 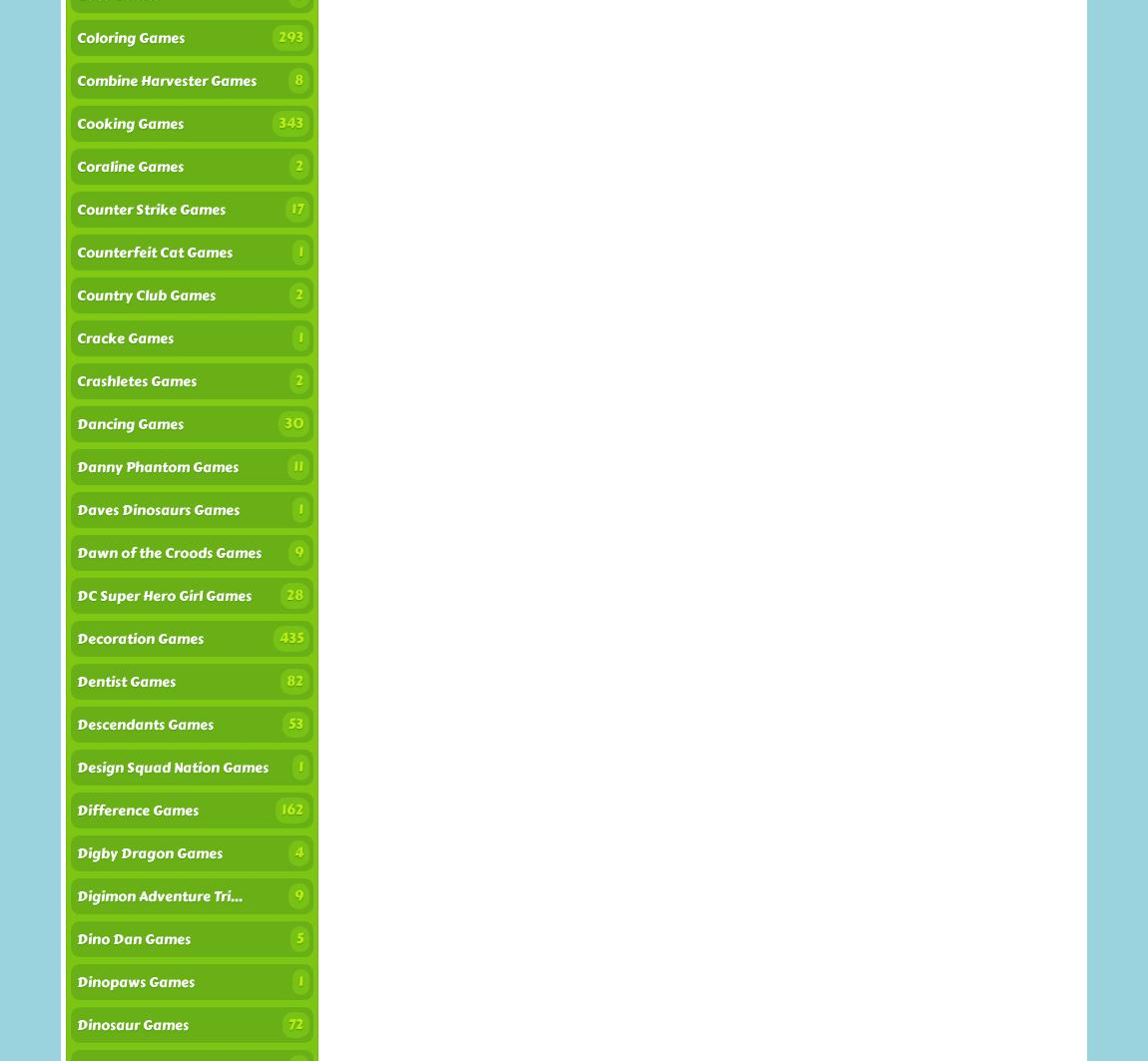 What do you see at coordinates (129, 124) in the screenshot?
I see `'Cooking Games'` at bounding box center [129, 124].